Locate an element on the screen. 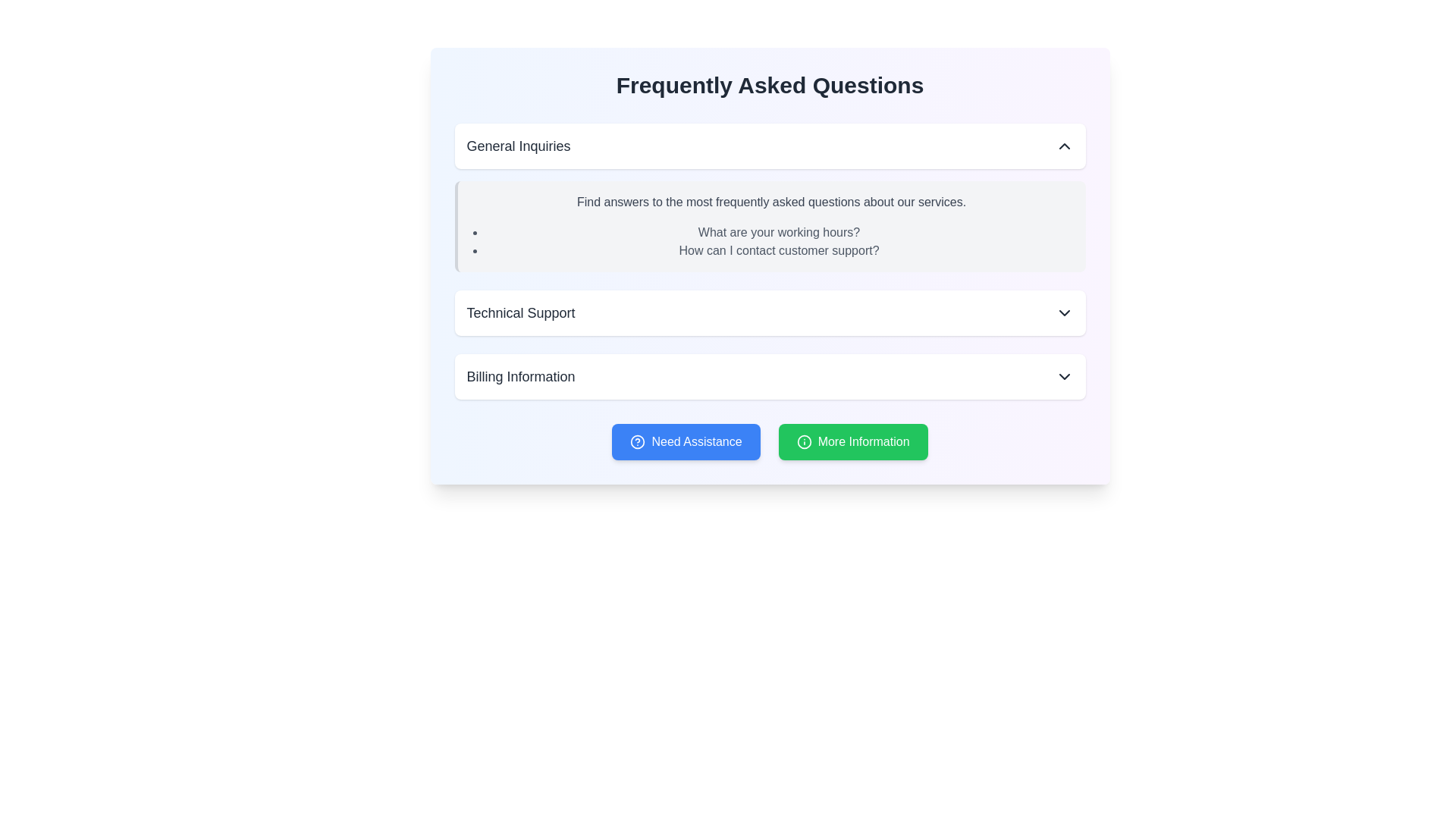 The height and width of the screenshot is (819, 1456). the button that expands or collapses additional information related to 'Billing Information' which is the third section in the FAQ list is located at coordinates (770, 376).